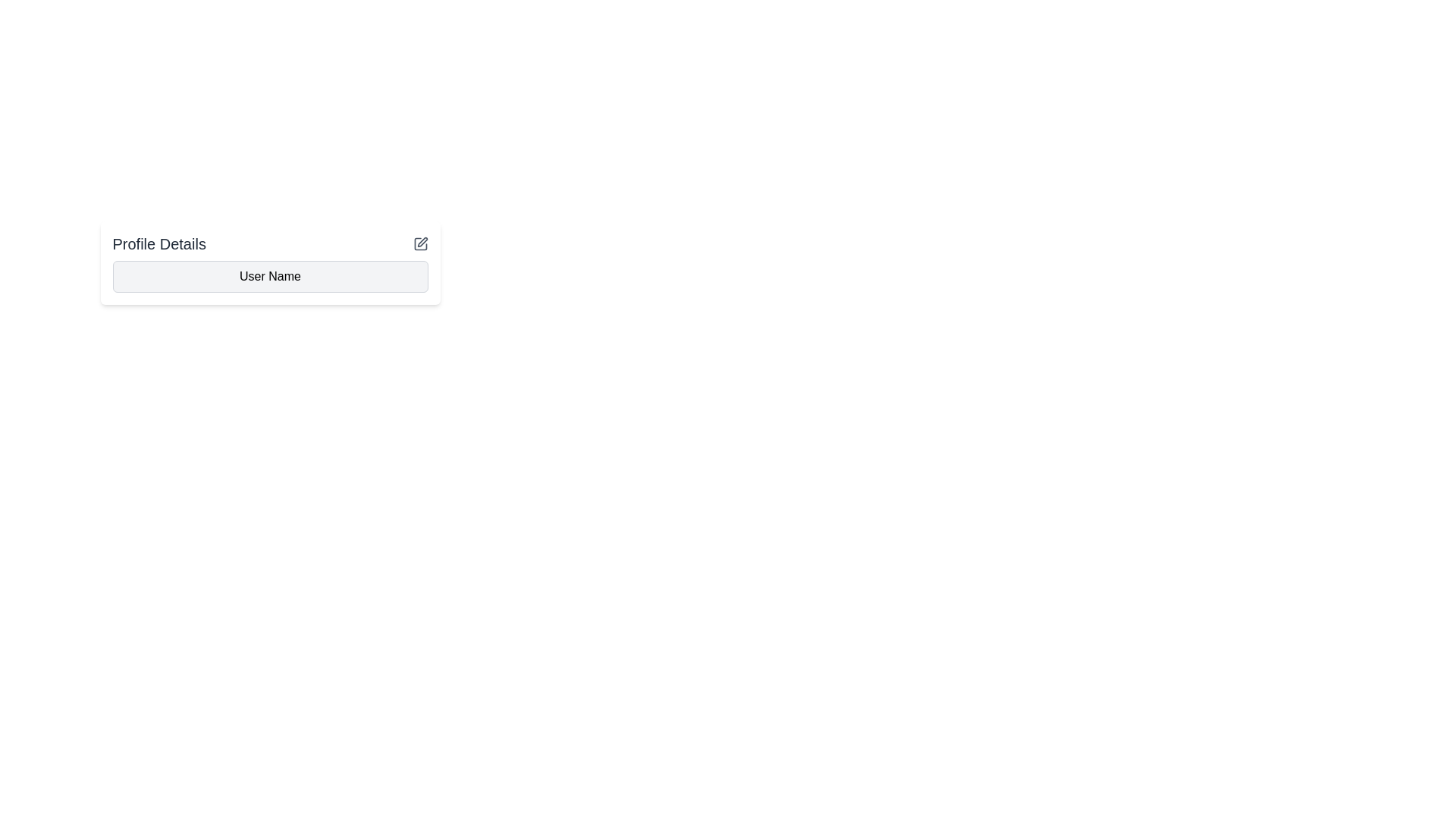  I want to click on the static text field labeled 'User Name' which is a rectangular field with rounded corners and a light gray background, located within the 'Profile Details' card, so click(270, 277).